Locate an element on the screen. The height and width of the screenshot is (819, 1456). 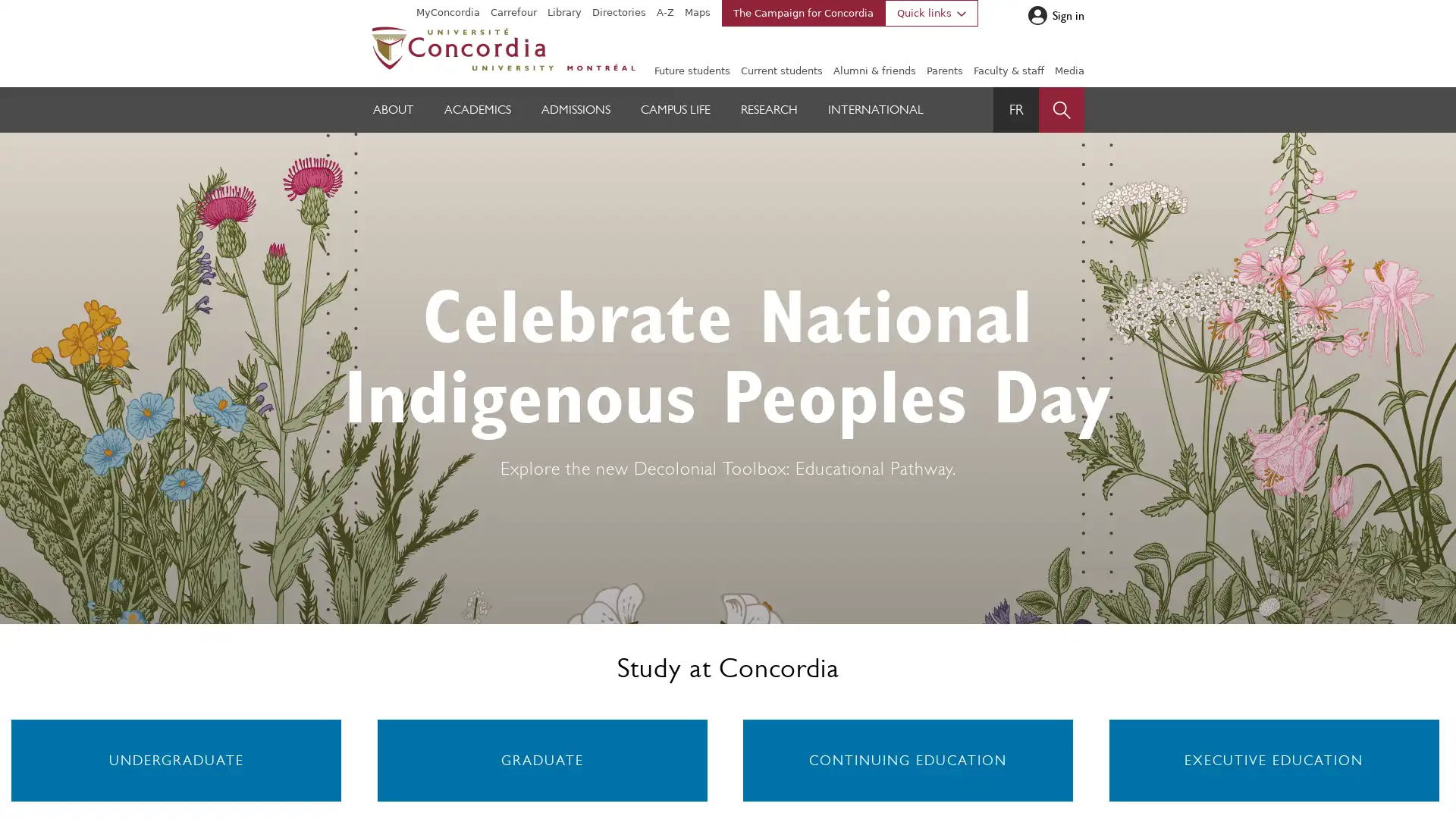
ADMISSIONS is located at coordinates (575, 109).